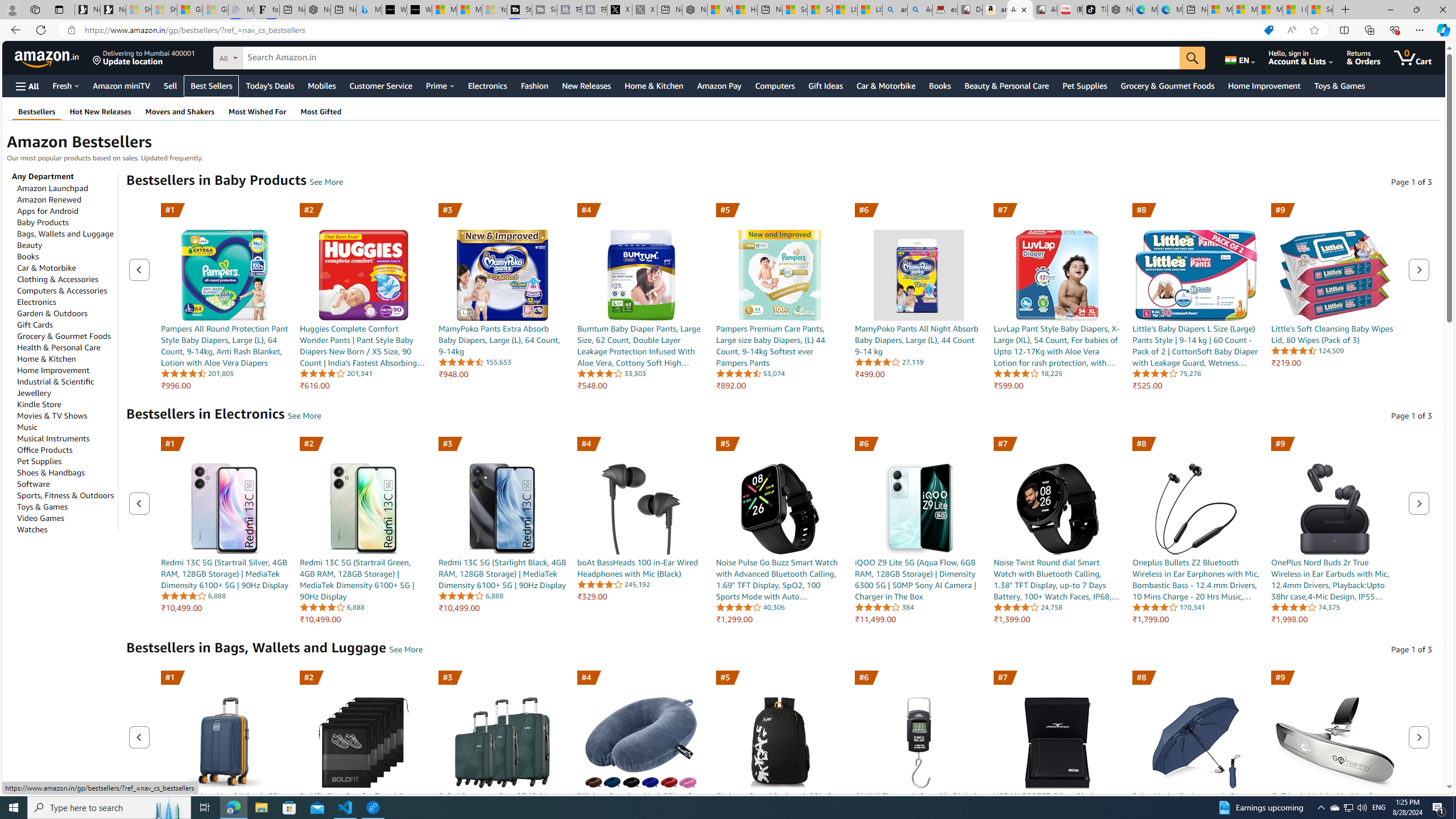 The image size is (1456, 819). I want to click on 'Newsletter Sign Up', so click(113, 9).